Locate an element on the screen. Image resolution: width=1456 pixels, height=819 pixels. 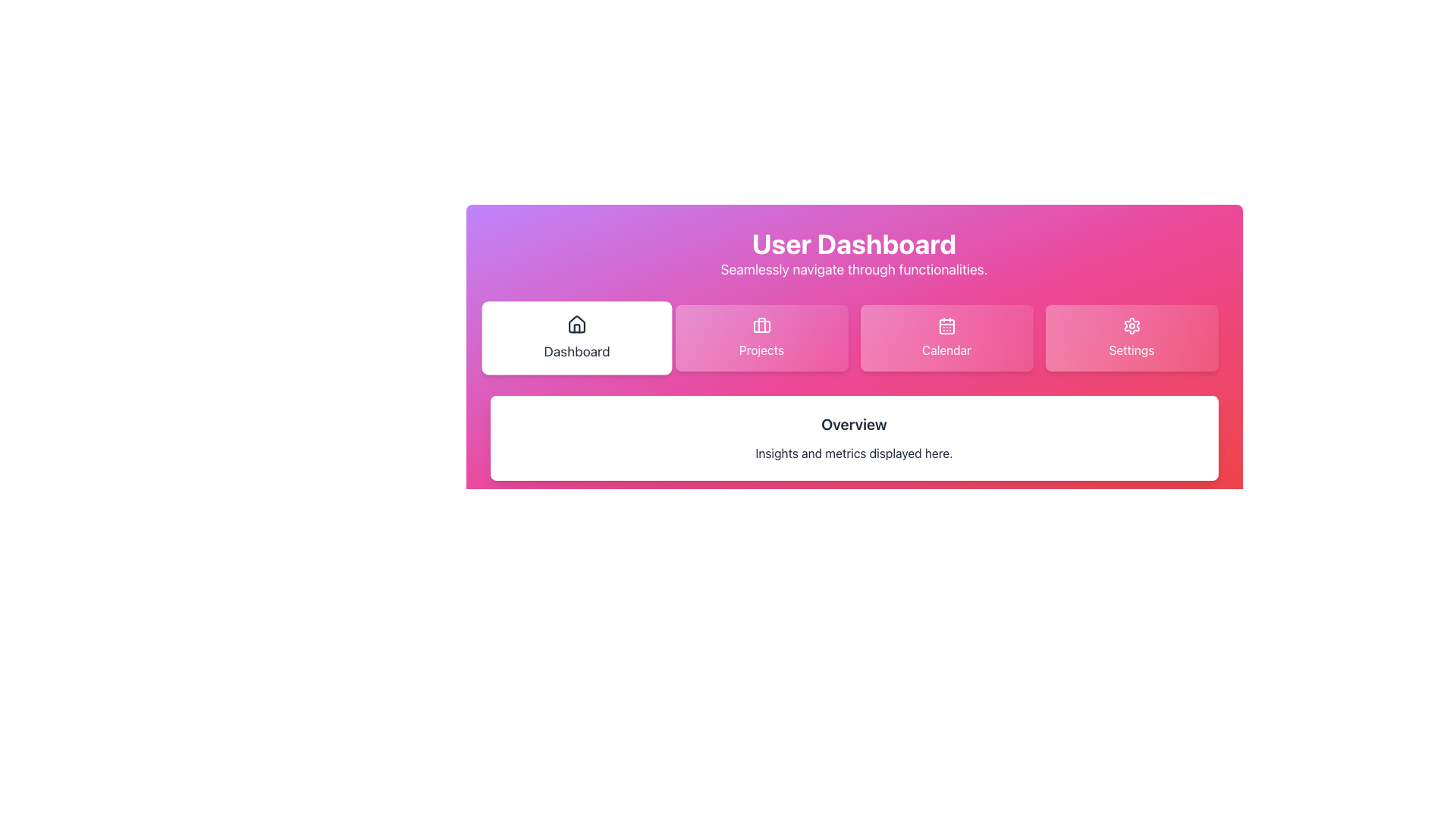
the rectangular button labeled 'Dashboard' with a house icon, located on the leftmost position of the navigation row is located at coordinates (576, 337).